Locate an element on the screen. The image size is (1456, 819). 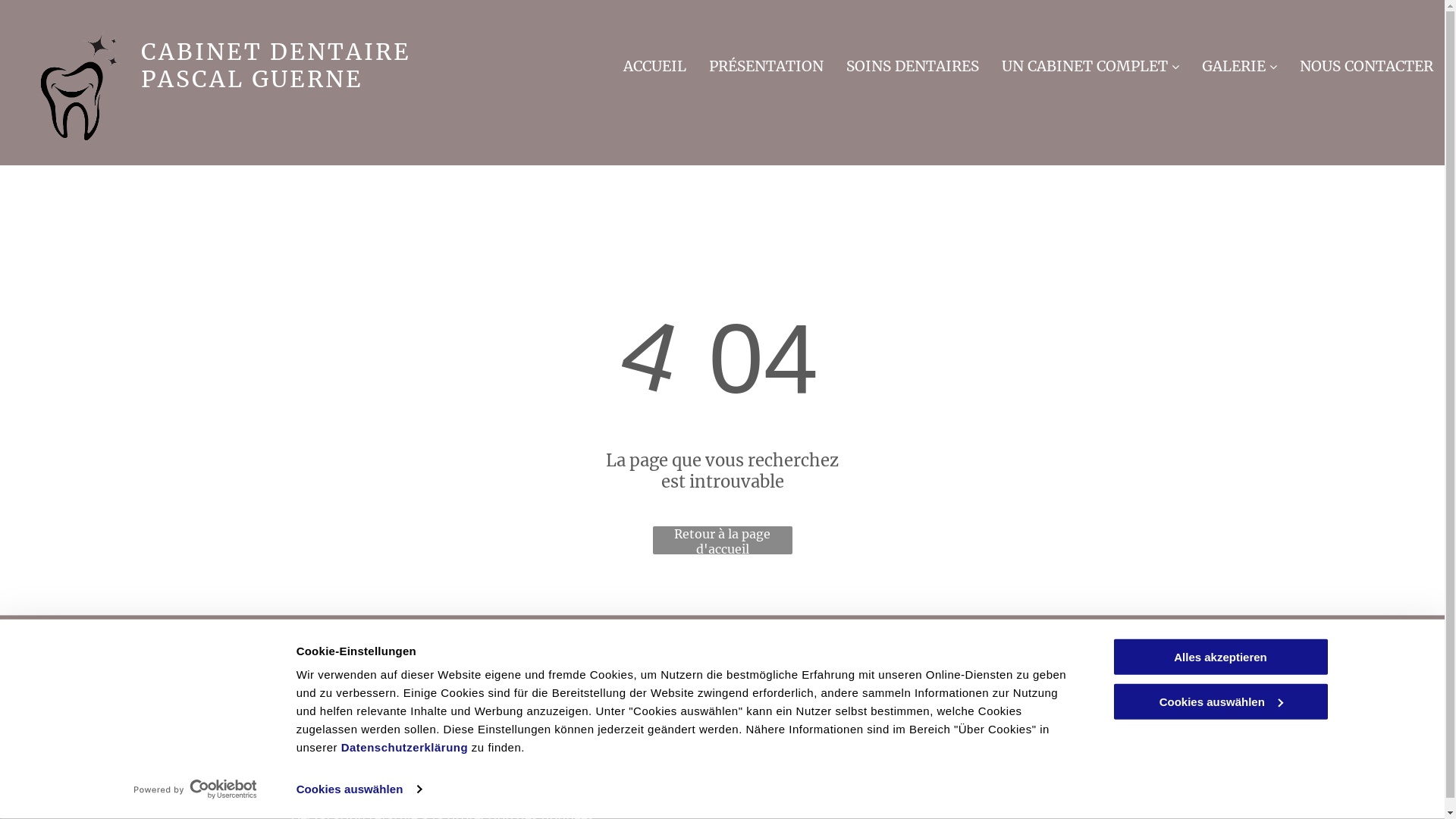
'SOINS DENTAIRES' is located at coordinates (846, 63).